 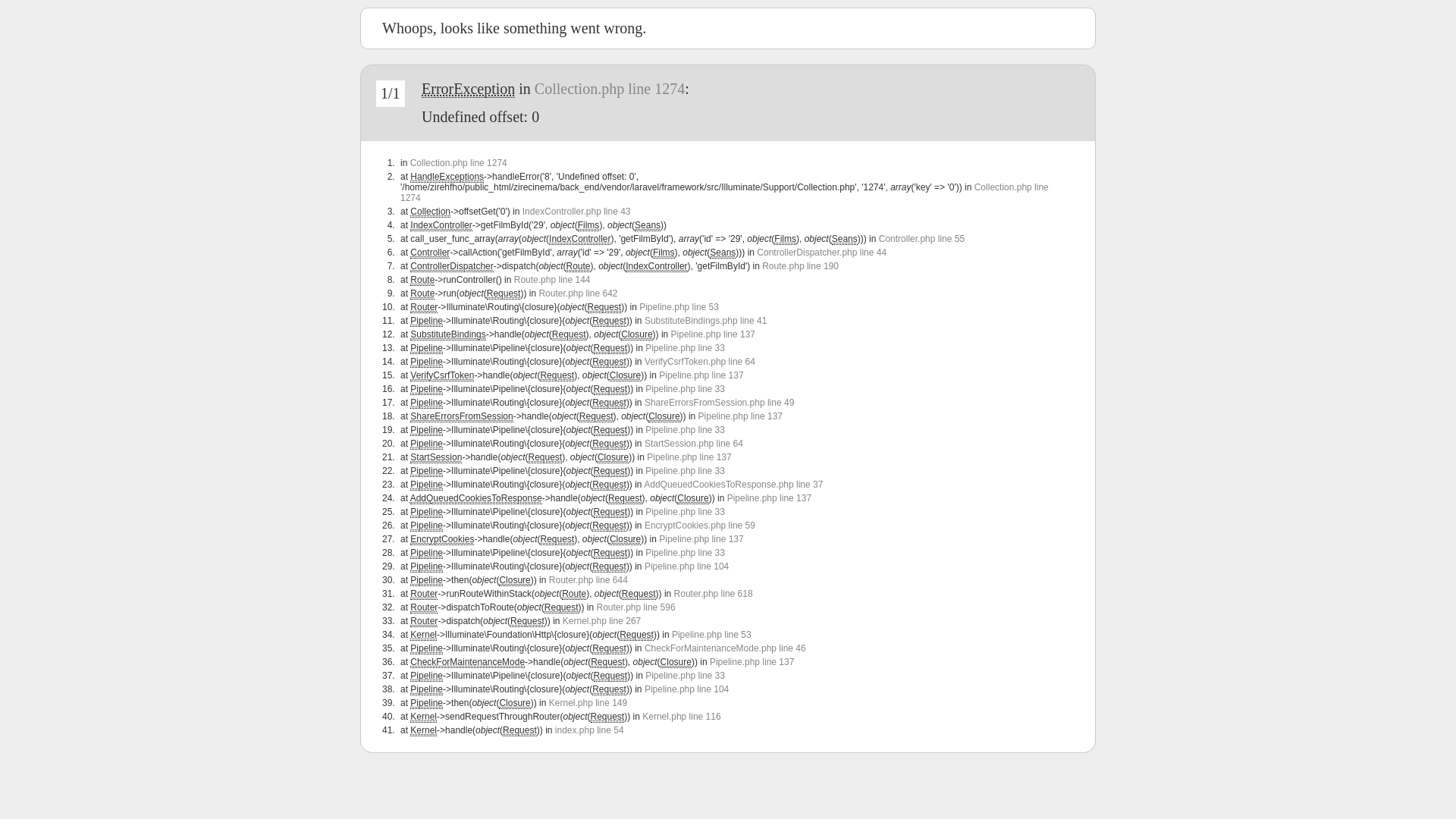 What do you see at coordinates (551, 280) in the screenshot?
I see `'Route.php line 144'` at bounding box center [551, 280].